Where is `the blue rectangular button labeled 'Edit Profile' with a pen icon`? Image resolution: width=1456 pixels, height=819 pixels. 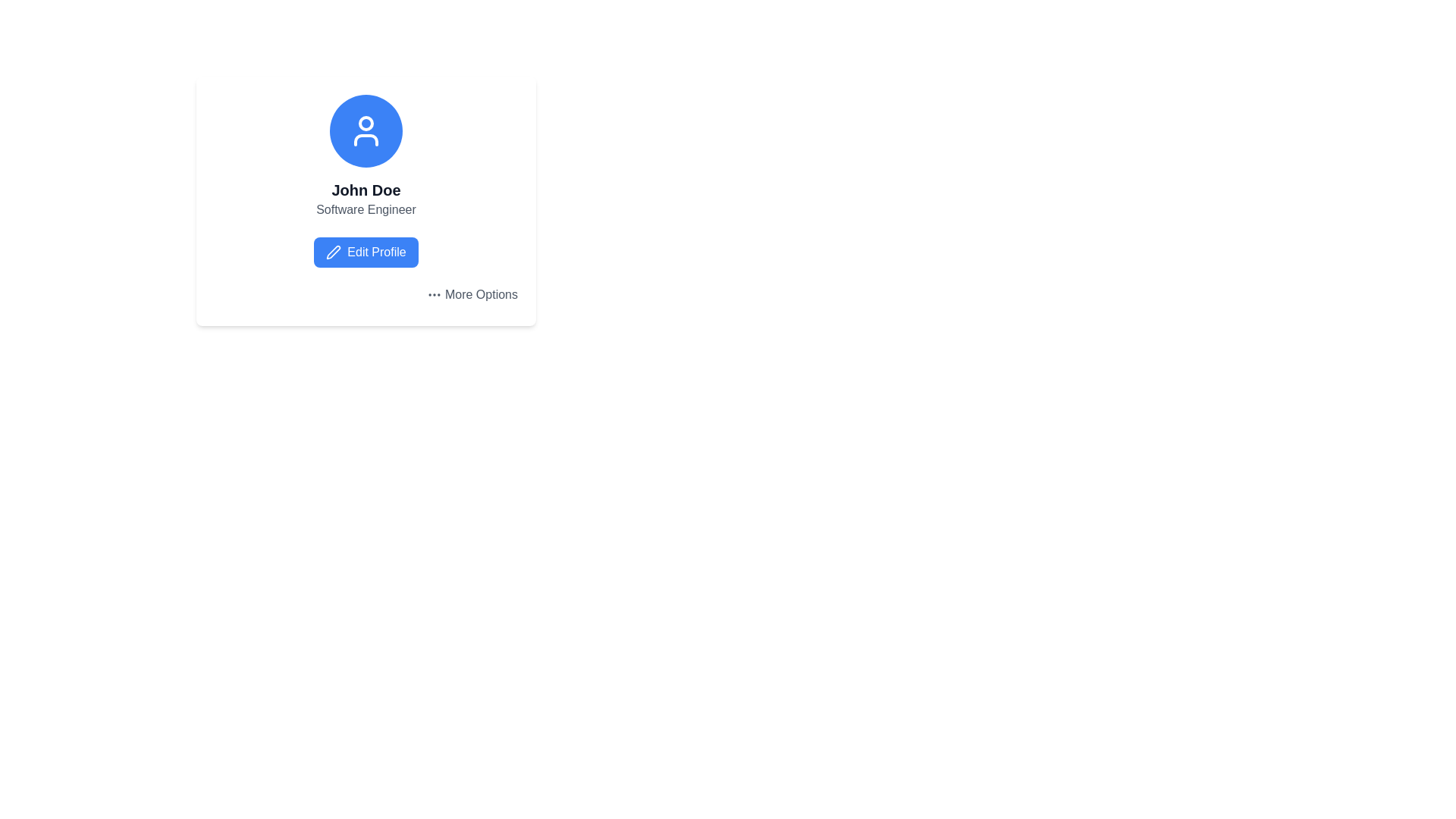
the blue rectangular button labeled 'Edit Profile' with a pen icon is located at coordinates (366, 251).